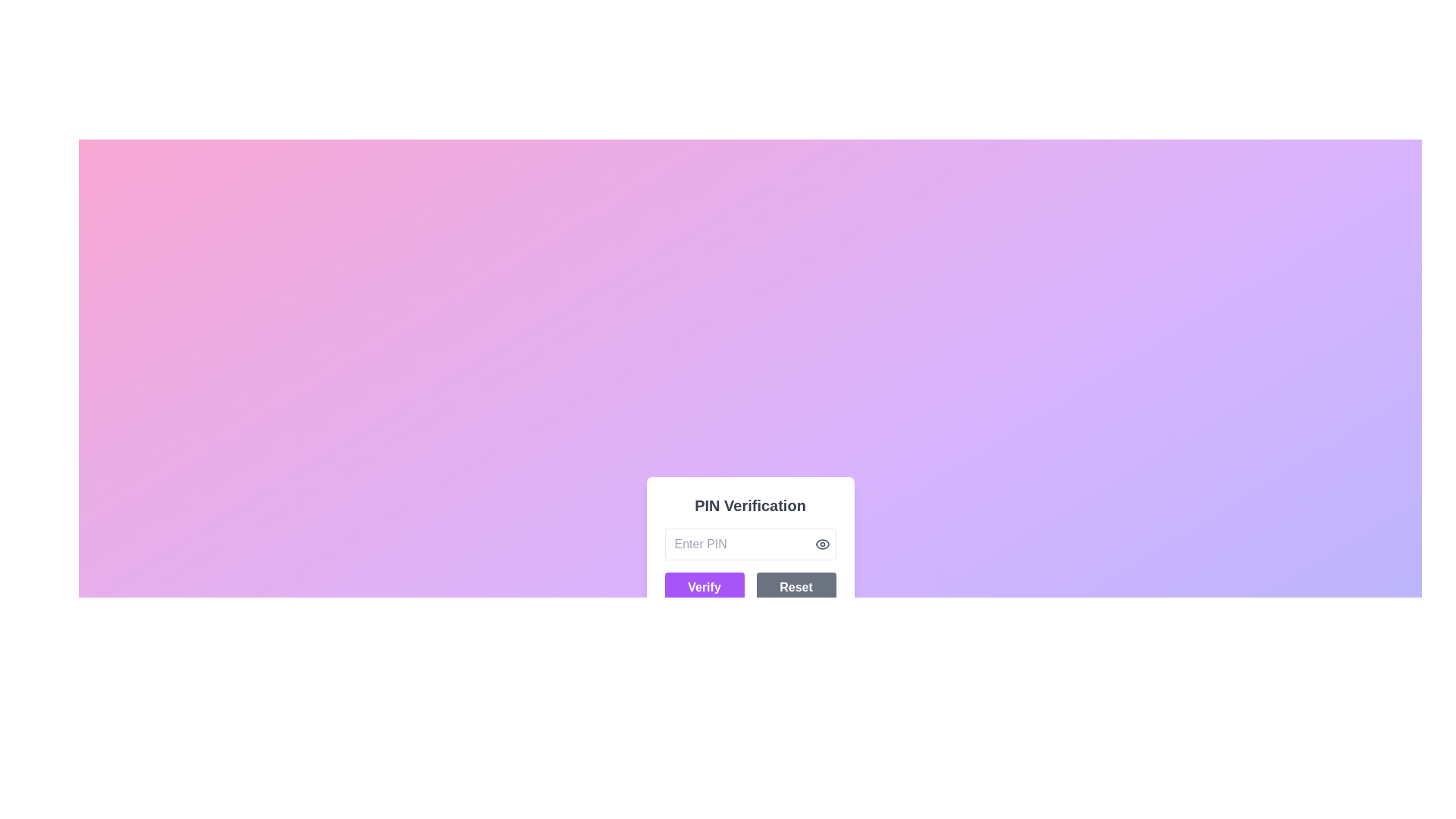  Describe the element at coordinates (795, 587) in the screenshot. I see `the reset button in the PIN Verification dialog box` at that location.